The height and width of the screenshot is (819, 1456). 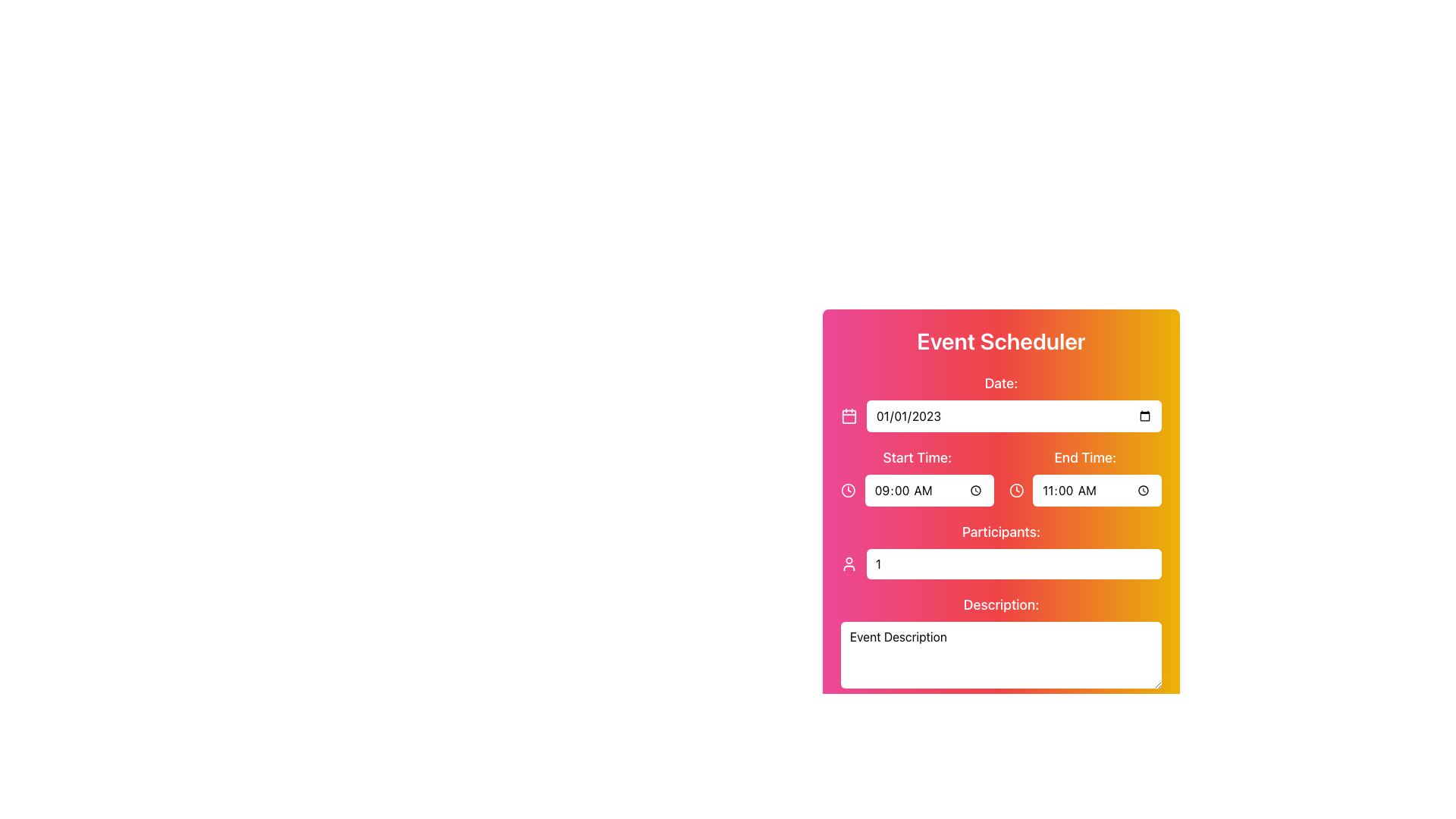 What do you see at coordinates (1001, 604) in the screenshot?
I see `the Text Label indicating the purpose of the text box for event description, which is positioned above the multi-line text input element` at bounding box center [1001, 604].